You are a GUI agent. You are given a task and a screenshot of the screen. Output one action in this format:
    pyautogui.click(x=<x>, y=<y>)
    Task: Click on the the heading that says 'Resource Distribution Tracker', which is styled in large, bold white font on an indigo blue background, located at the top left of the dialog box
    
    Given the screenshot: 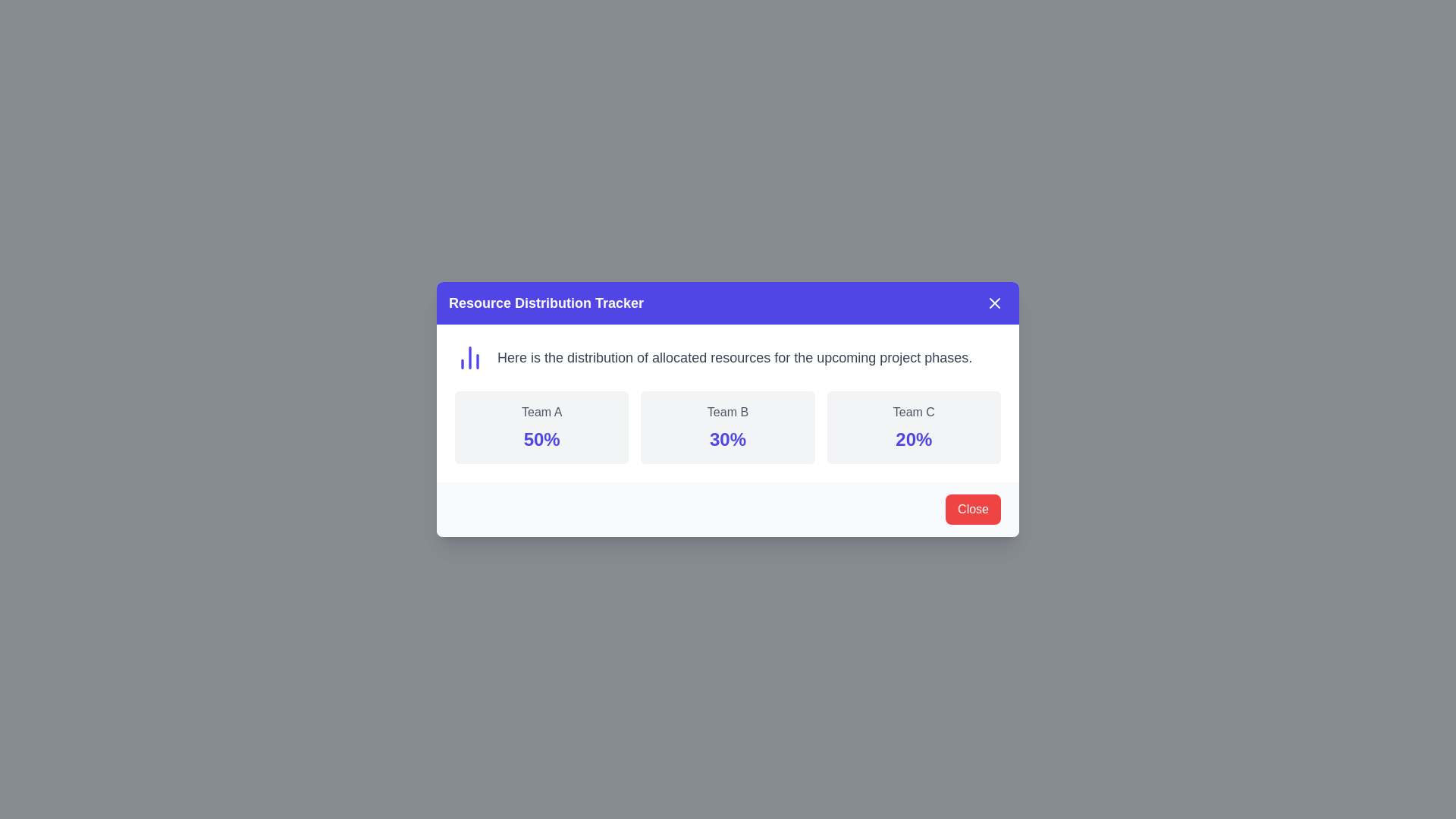 What is the action you would take?
    pyautogui.click(x=546, y=303)
    